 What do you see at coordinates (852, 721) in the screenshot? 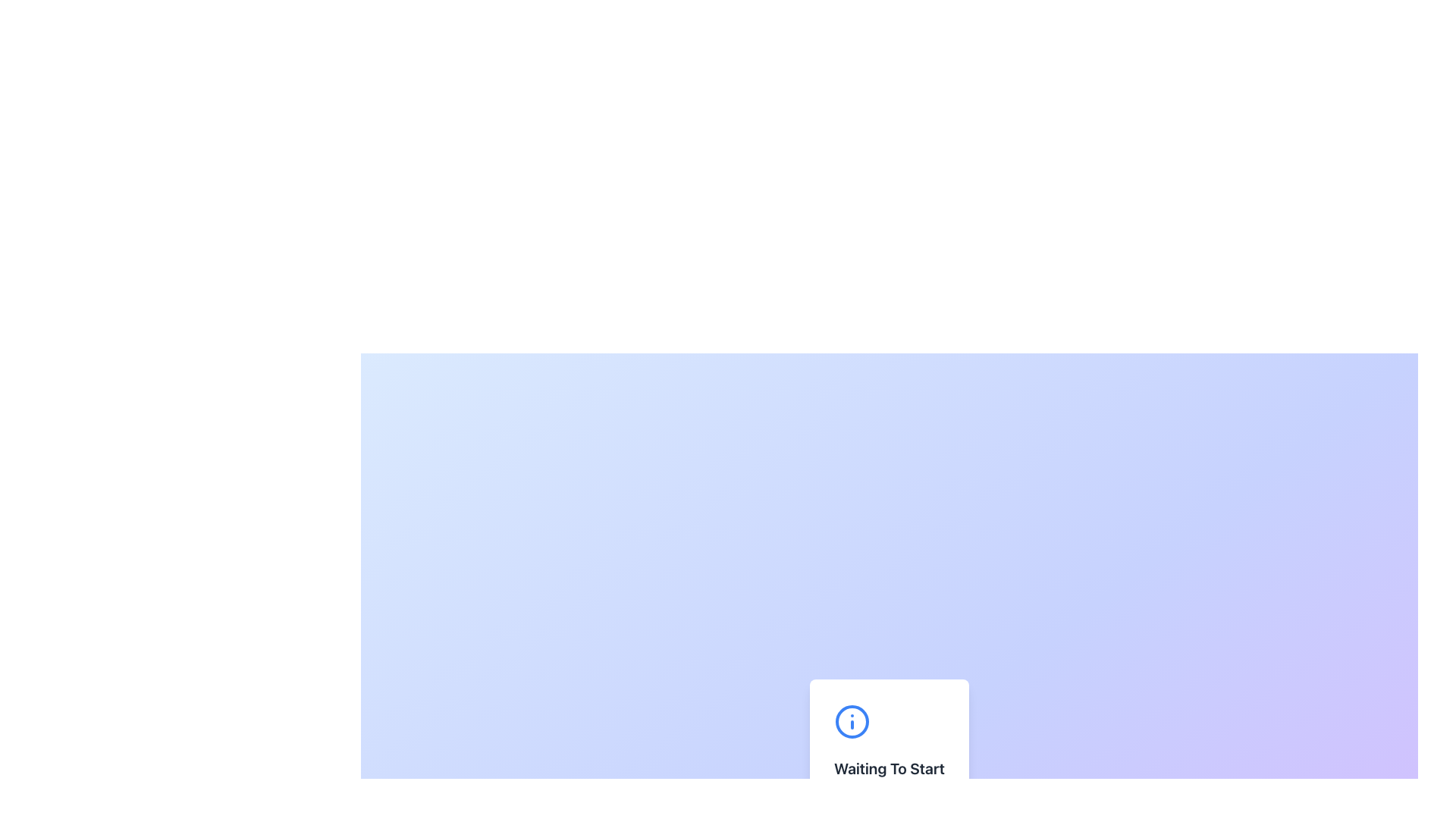
I see `the circular SVG graphical element with a blue stroke, which is centered within the icon containing an 'i' symbol located at the bottom right corner above the text 'Waiting` at bounding box center [852, 721].